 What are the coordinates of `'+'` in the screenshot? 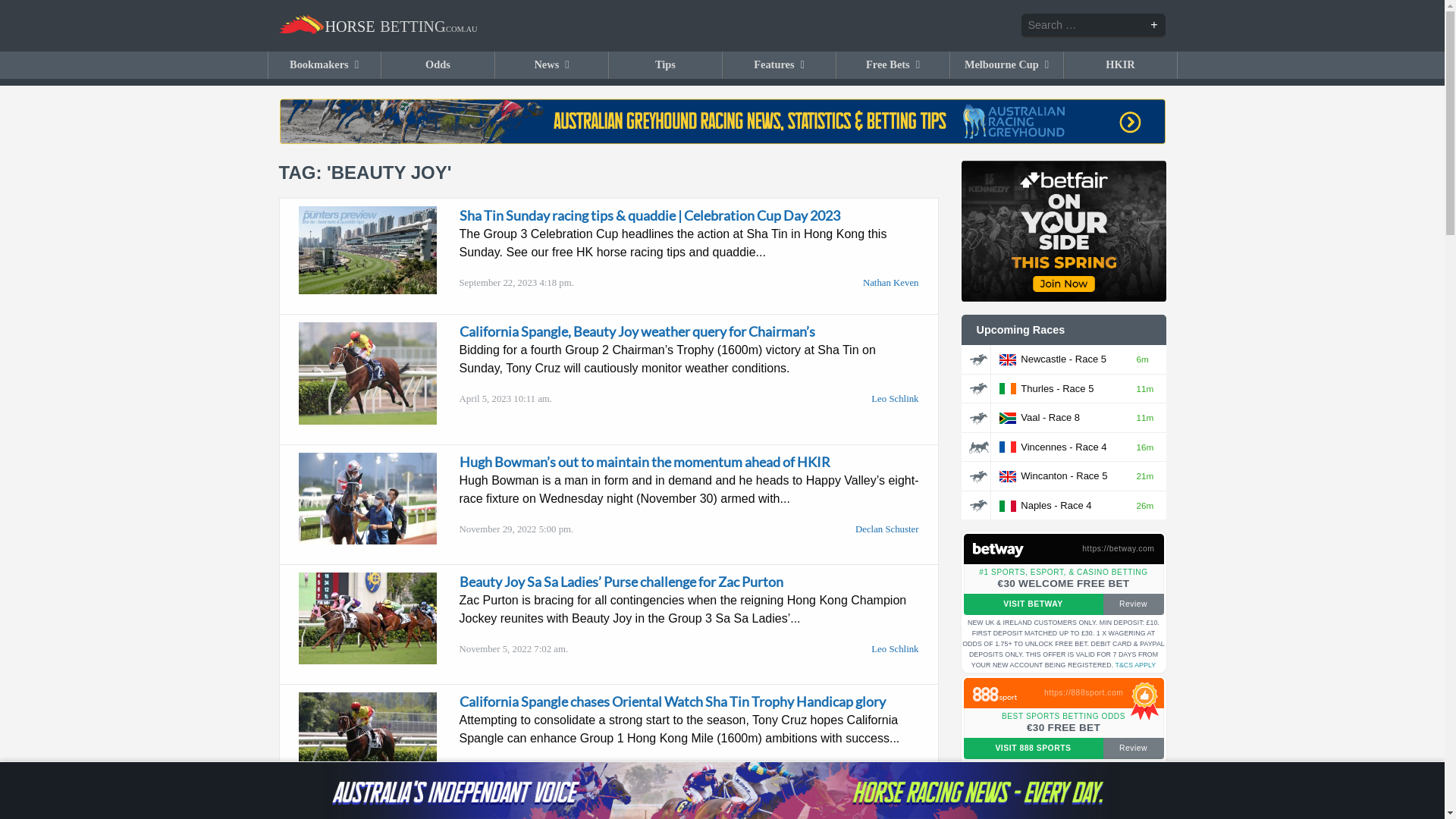 It's located at (1153, 25).